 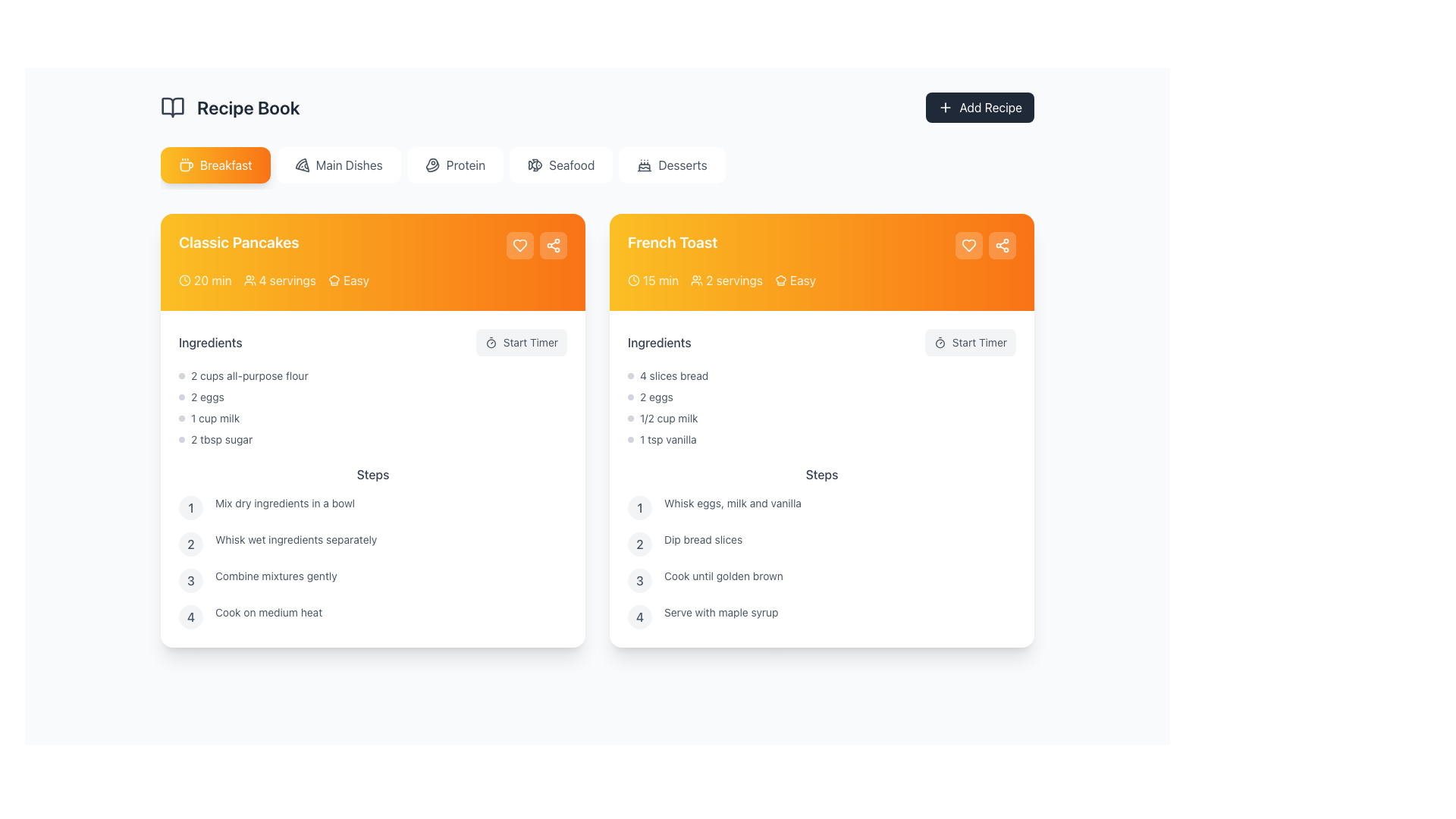 What do you see at coordinates (190, 543) in the screenshot?
I see `the circular badge displaying the number '2' with a gray background, which indicates the second step in the 'Classic Pancakes' recipe card, positioned to the left of the text 'Whisk wet ingredients separately.'` at bounding box center [190, 543].